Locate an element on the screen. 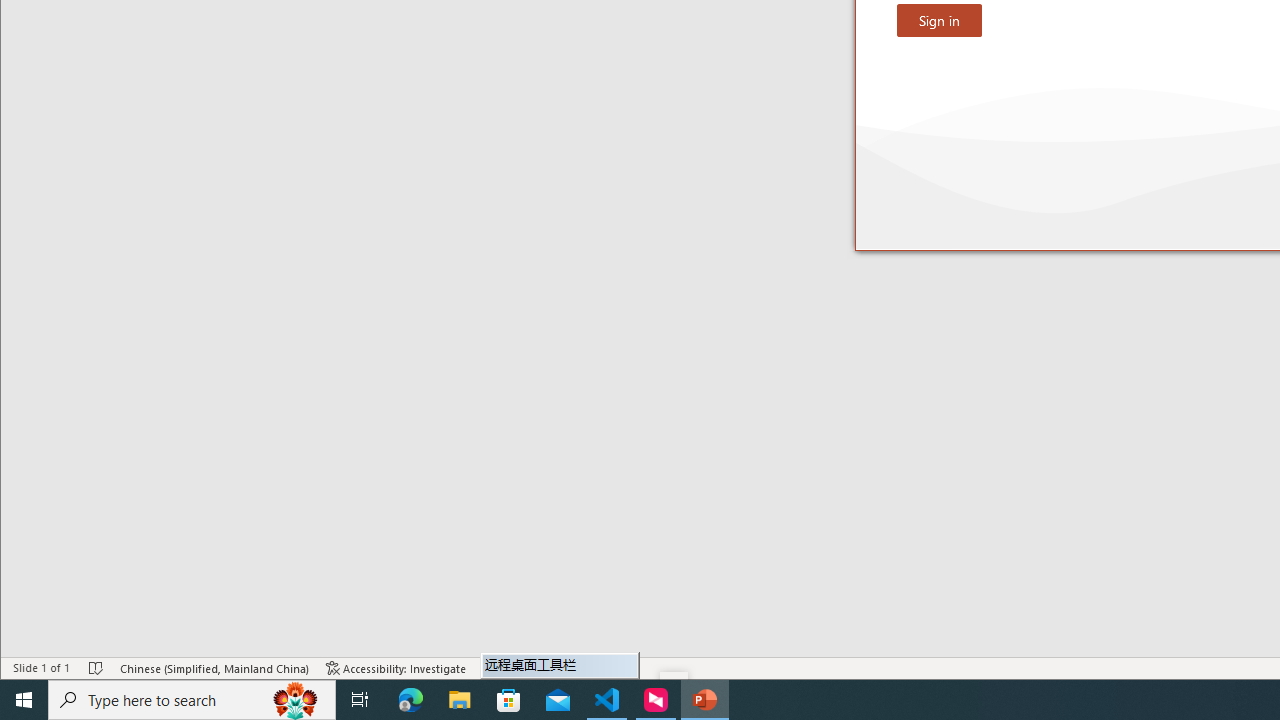 This screenshot has height=720, width=1280. 'Sign in' is located at coordinates (938, 20).